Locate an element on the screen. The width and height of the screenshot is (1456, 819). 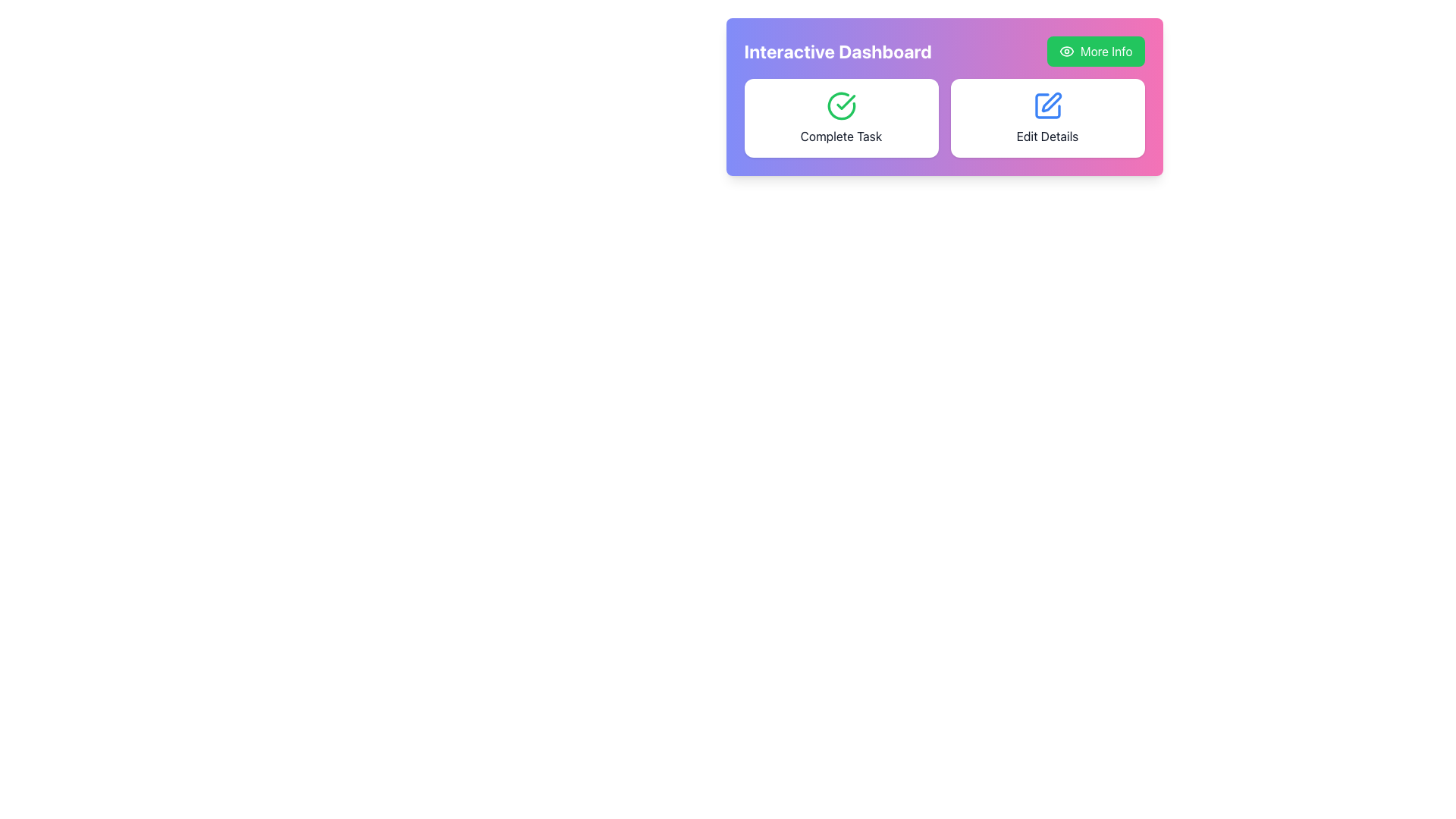
the edit icon located in the top-right area of the layout, within the 'Edit Details' card, above the text 'Edit Details' and to the right of the 'Complete Task' card is located at coordinates (1046, 105).